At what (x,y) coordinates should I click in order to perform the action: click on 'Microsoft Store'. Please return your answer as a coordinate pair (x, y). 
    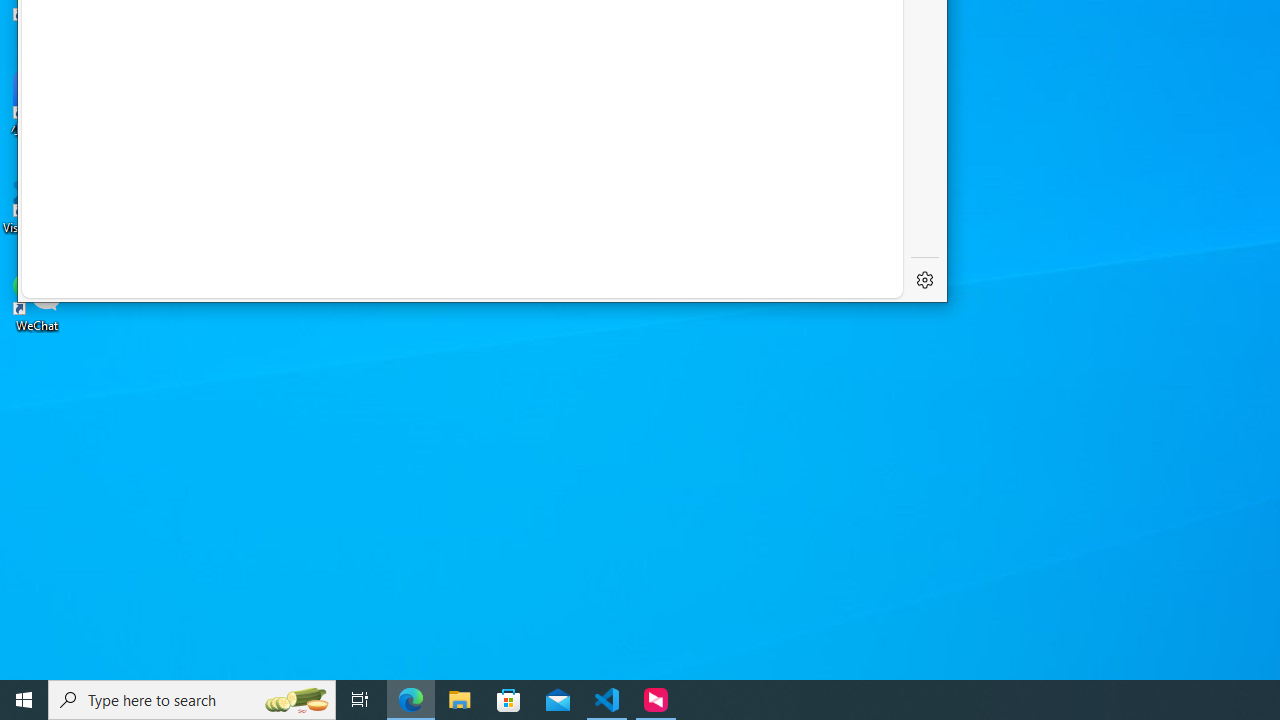
    Looking at the image, I should click on (509, 698).